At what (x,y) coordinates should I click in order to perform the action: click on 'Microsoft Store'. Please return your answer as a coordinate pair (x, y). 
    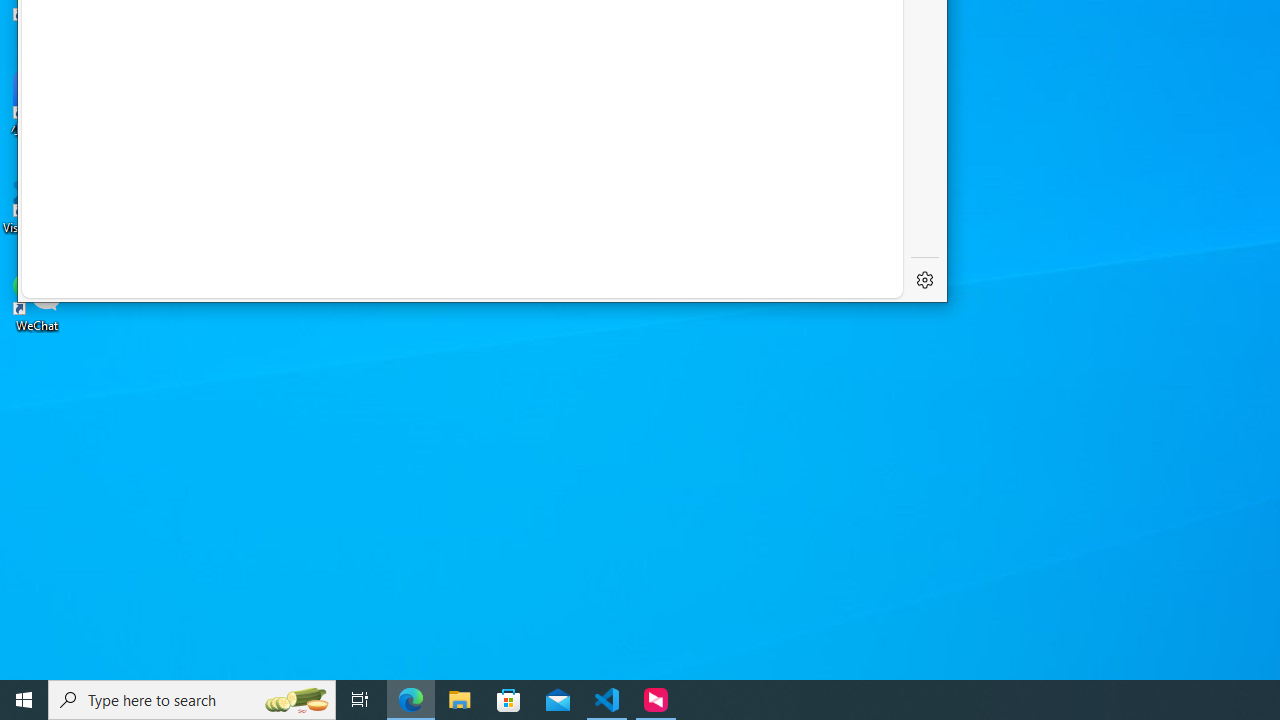
    Looking at the image, I should click on (509, 698).